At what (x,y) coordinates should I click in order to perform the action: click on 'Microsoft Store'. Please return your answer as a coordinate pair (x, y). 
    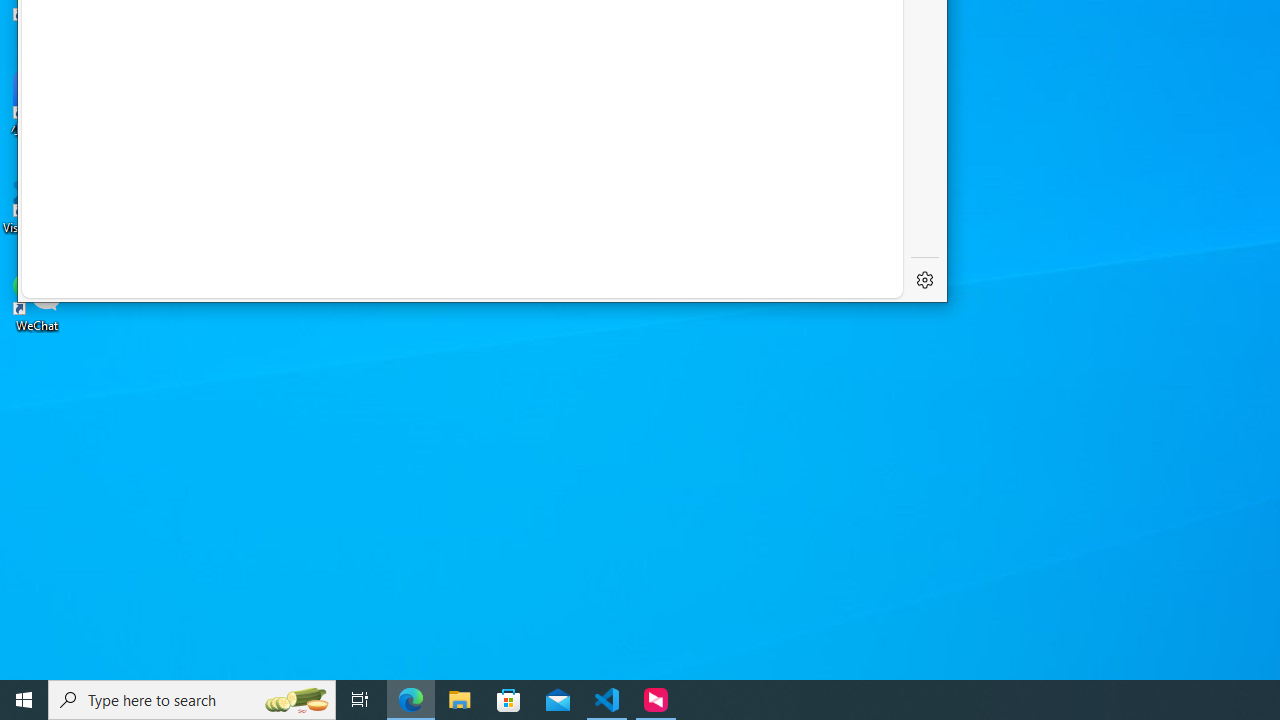
    Looking at the image, I should click on (509, 698).